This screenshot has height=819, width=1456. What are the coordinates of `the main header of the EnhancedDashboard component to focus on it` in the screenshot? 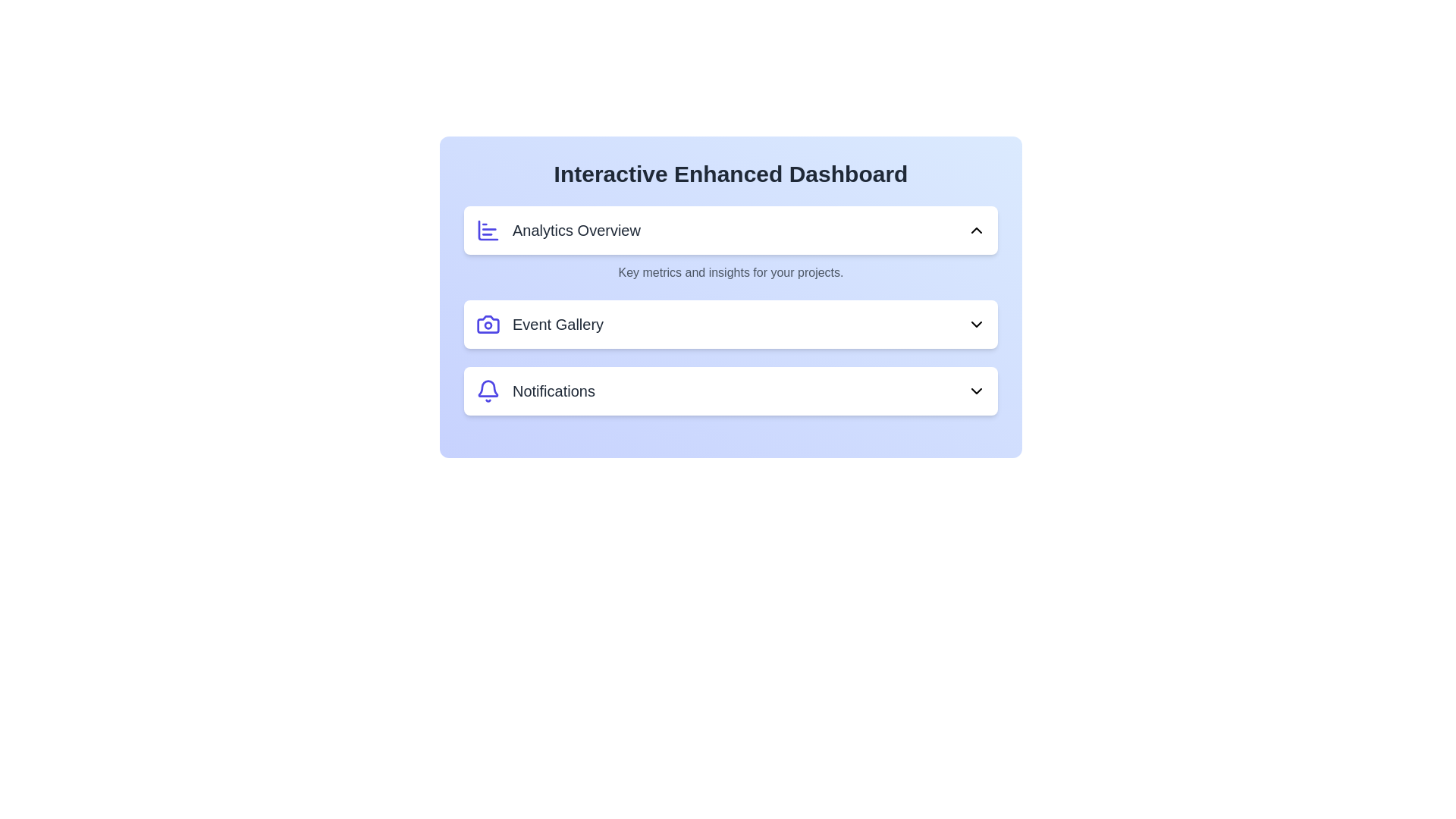 It's located at (731, 174).